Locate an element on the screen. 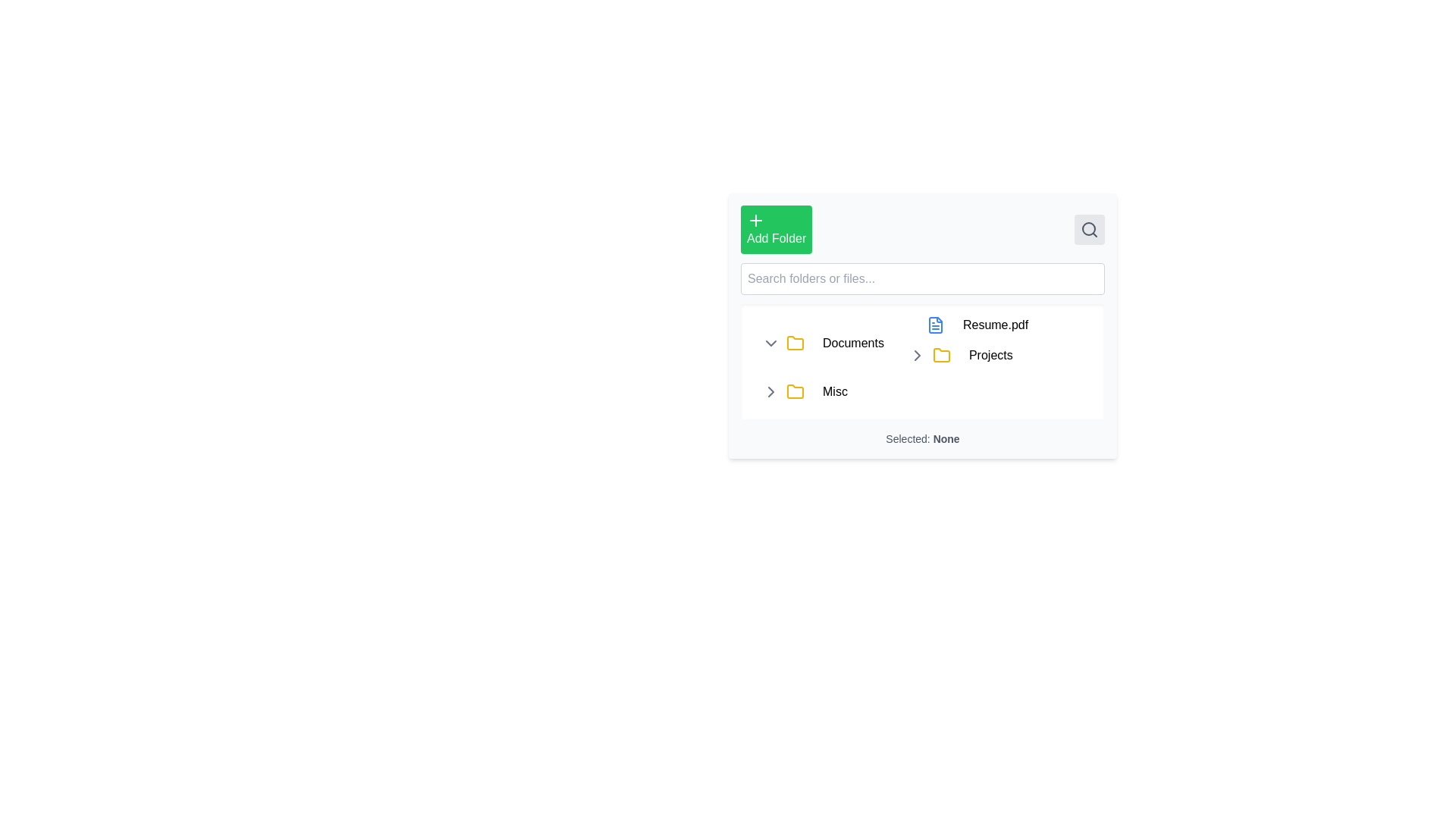  the folder button located centrally in the hierarchical list of items is located at coordinates (853, 343).